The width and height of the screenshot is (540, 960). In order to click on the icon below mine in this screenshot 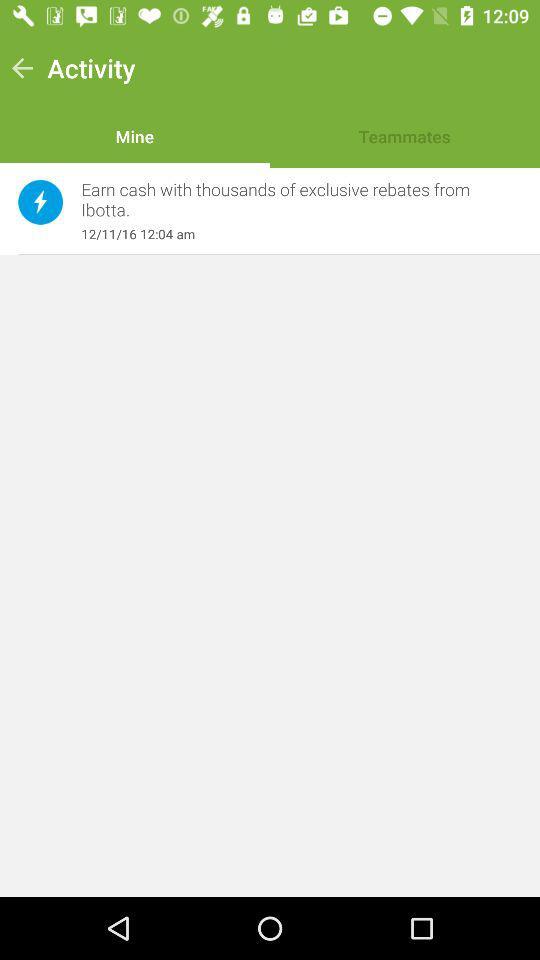, I will do `click(290, 200)`.